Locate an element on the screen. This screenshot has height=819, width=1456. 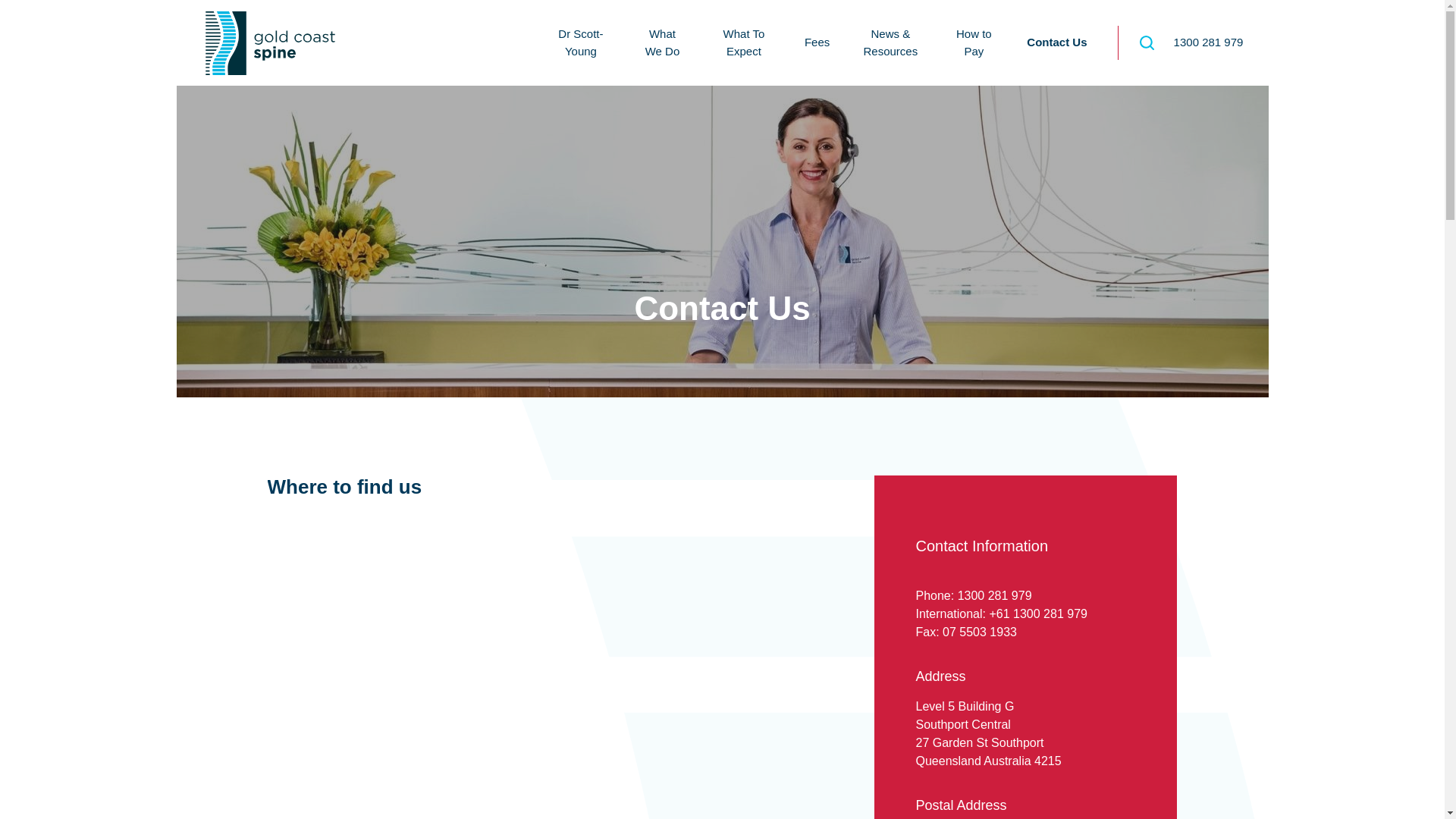
'How to Pay' is located at coordinates (973, 42).